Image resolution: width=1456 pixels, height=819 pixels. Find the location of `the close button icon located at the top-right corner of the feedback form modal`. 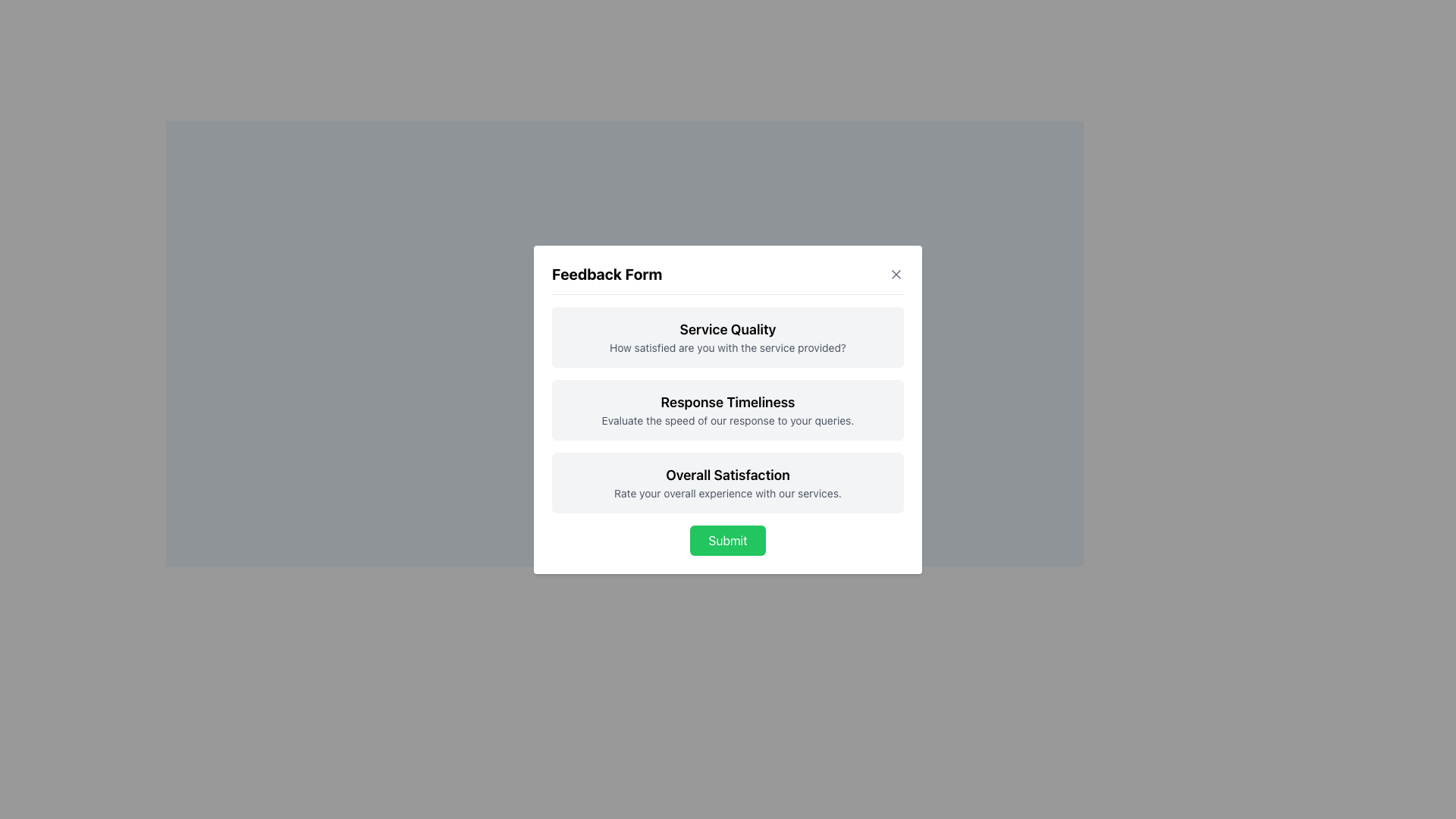

the close button icon located at the top-right corner of the feedback form modal is located at coordinates (896, 274).